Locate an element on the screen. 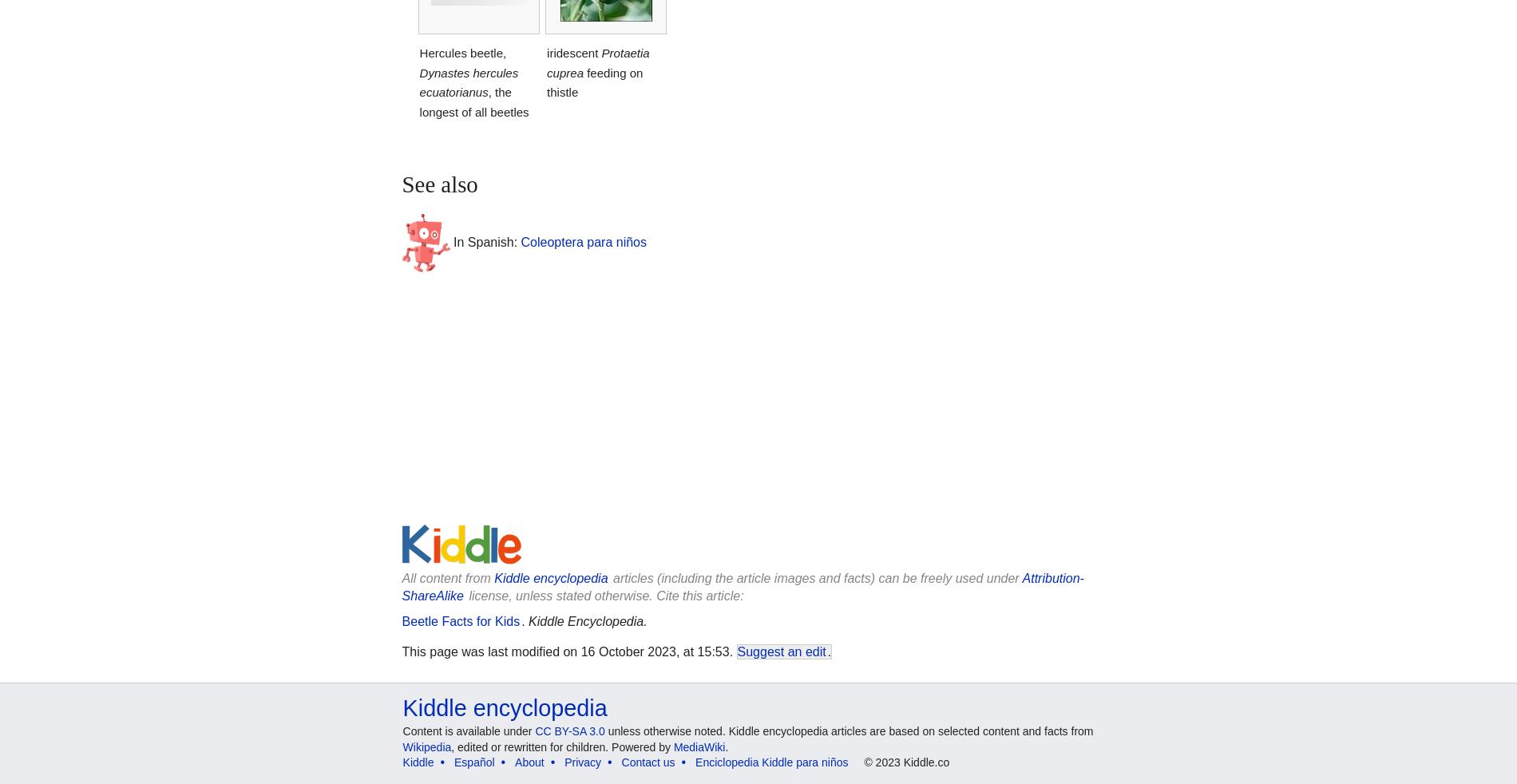 This screenshot has width=1517, height=784. 'iridescent' is located at coordinates (546, 51).